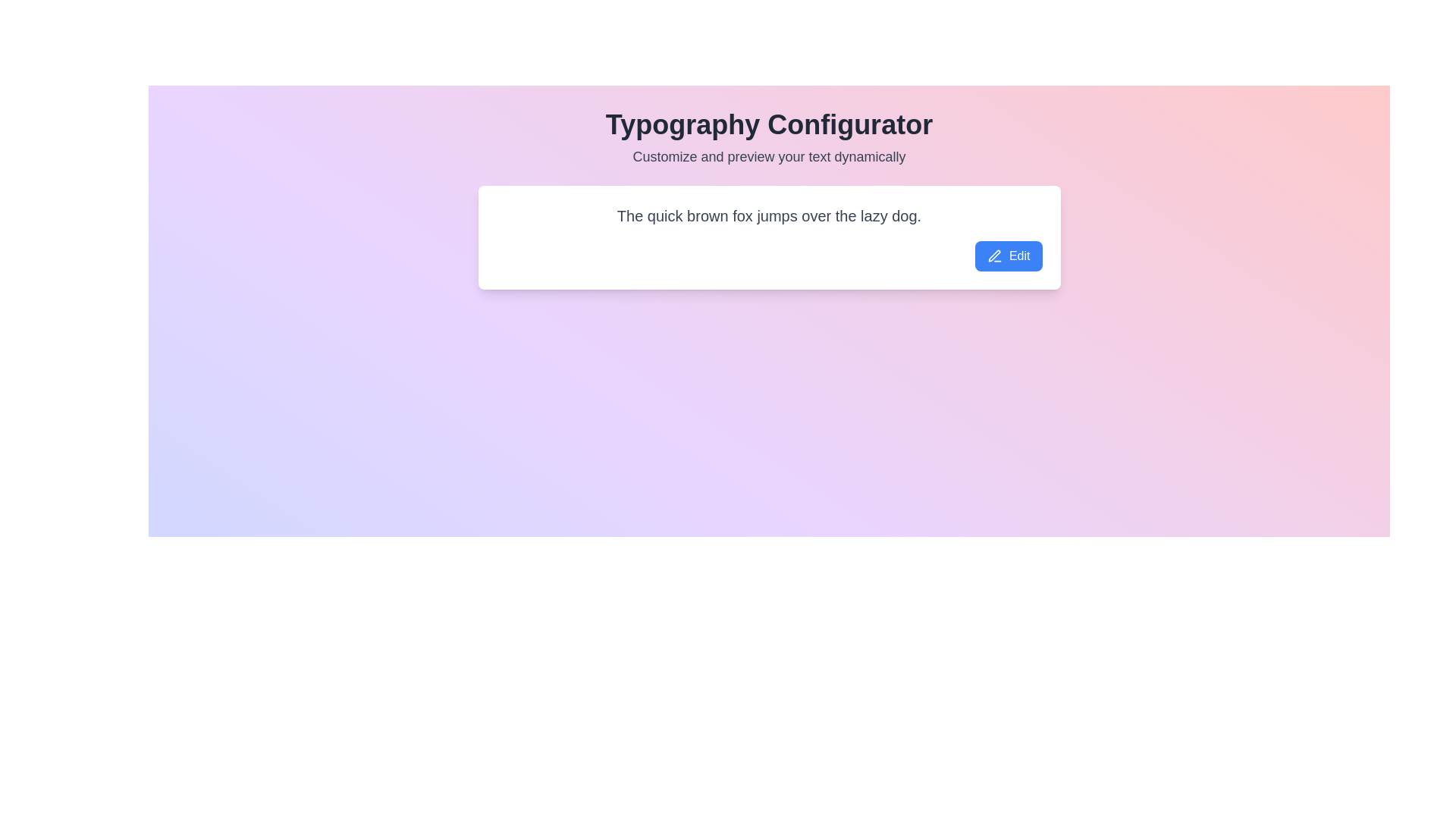 The height and width of the screenshot is (819, 1456). I want to click on title text located in the upper central part of the interface, which serves as the main header above the subtitle 'Customize and preview your text dynamically', so click(769, 124).